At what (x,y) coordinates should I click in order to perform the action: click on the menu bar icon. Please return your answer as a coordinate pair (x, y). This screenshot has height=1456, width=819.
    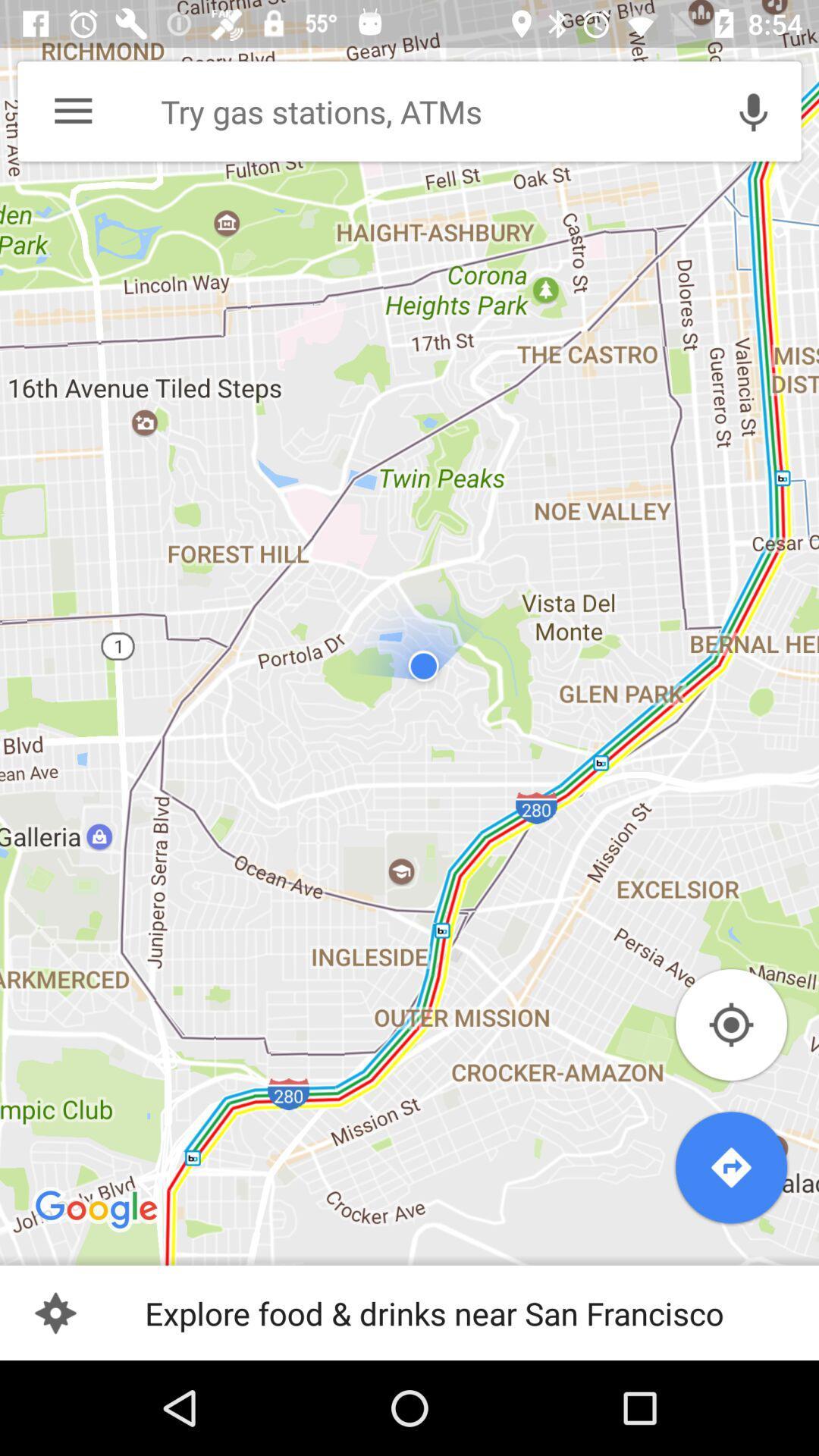
    Looking at the image, I should click on (73, 111).